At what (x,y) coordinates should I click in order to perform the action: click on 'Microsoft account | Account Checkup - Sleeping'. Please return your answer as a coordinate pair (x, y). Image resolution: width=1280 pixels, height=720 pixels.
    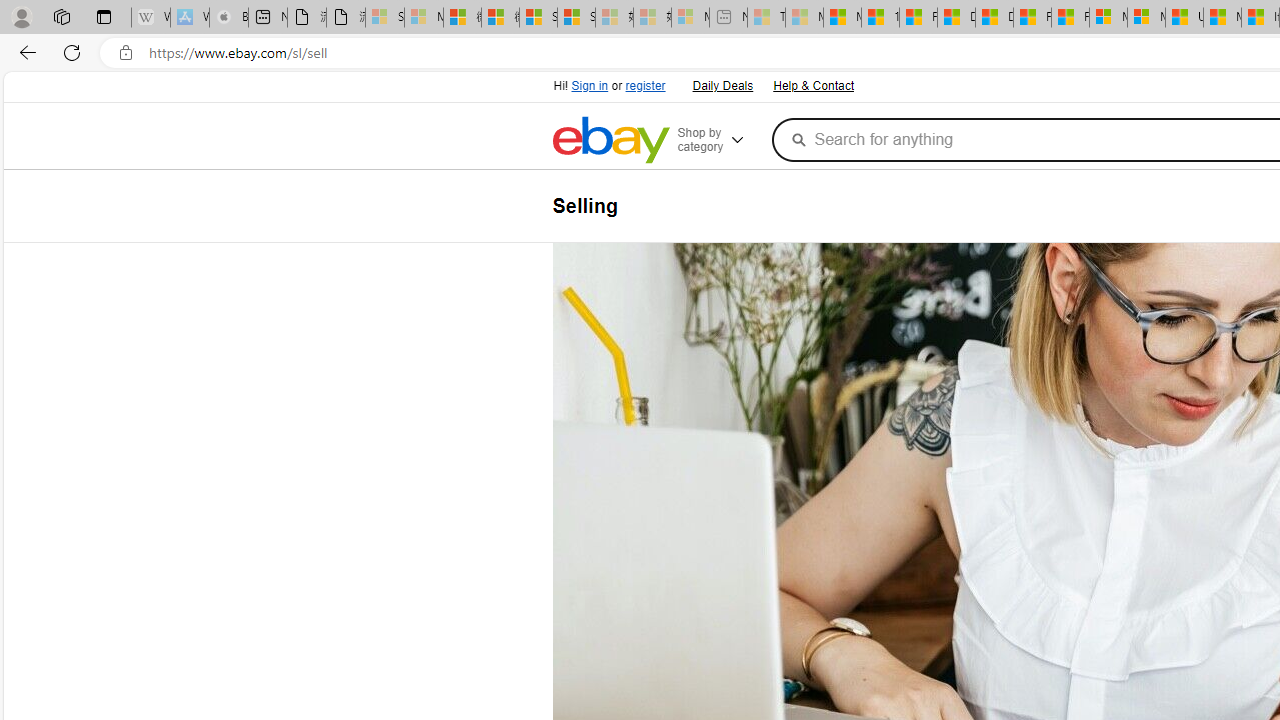
    Looking at the image, I should click on (690, 17).